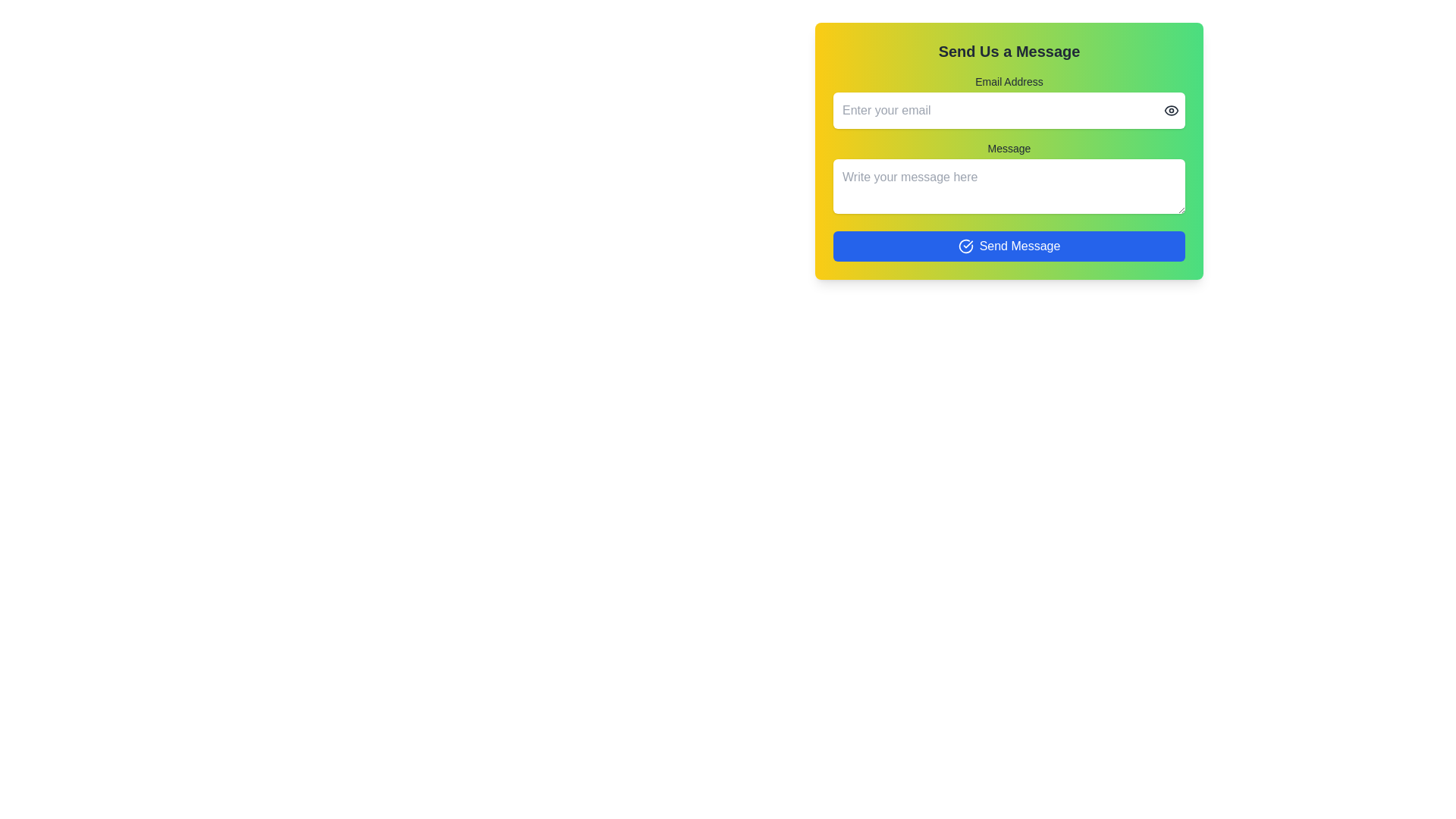 This screenshot has width=1456, height=819. Describe the element at coordinates (1171, 110) in the screenshot. I see `the icon button located at the right edge of the email input field` at that location.